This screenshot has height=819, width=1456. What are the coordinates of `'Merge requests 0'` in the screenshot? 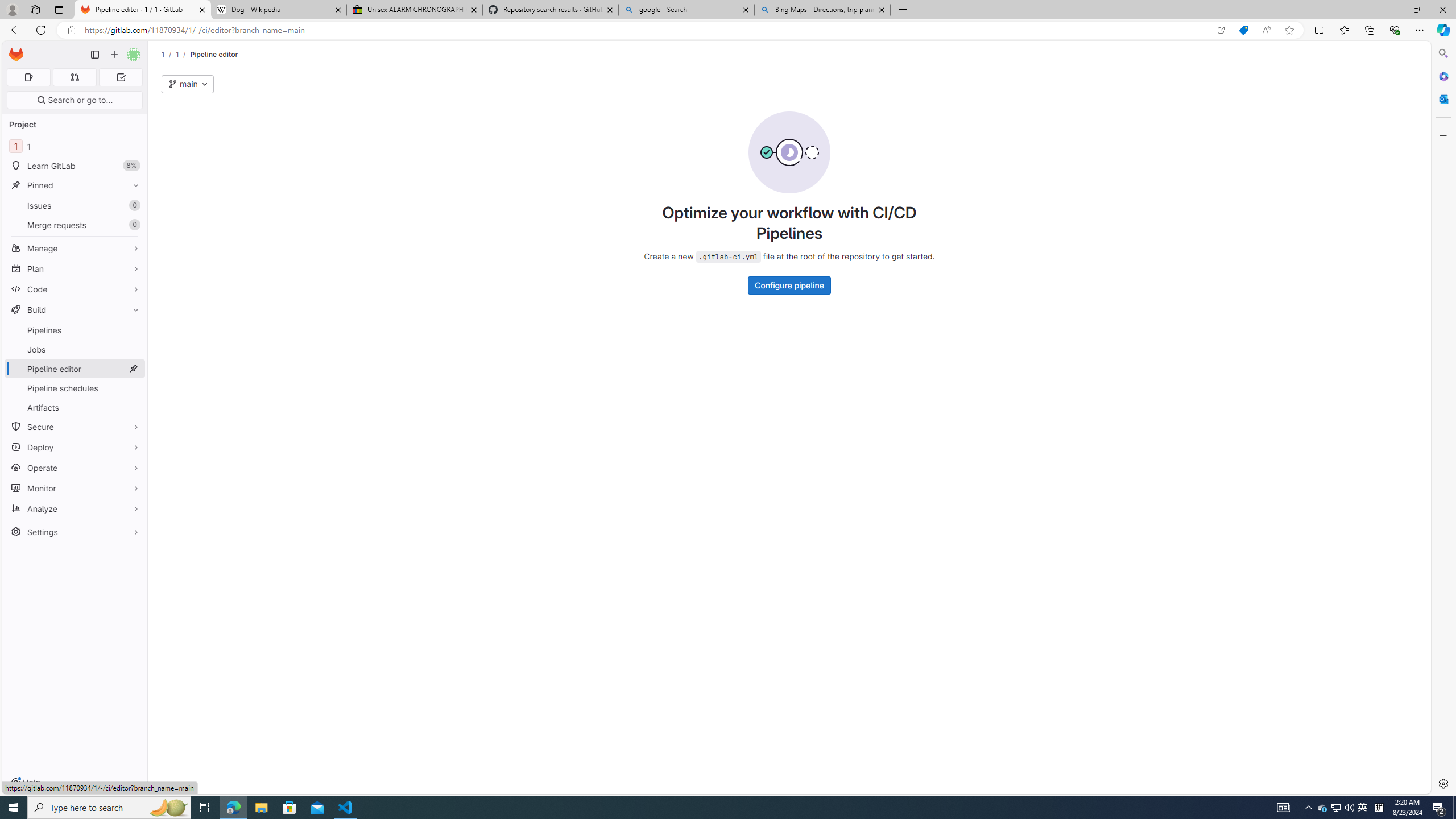 It's located at (74, 224).